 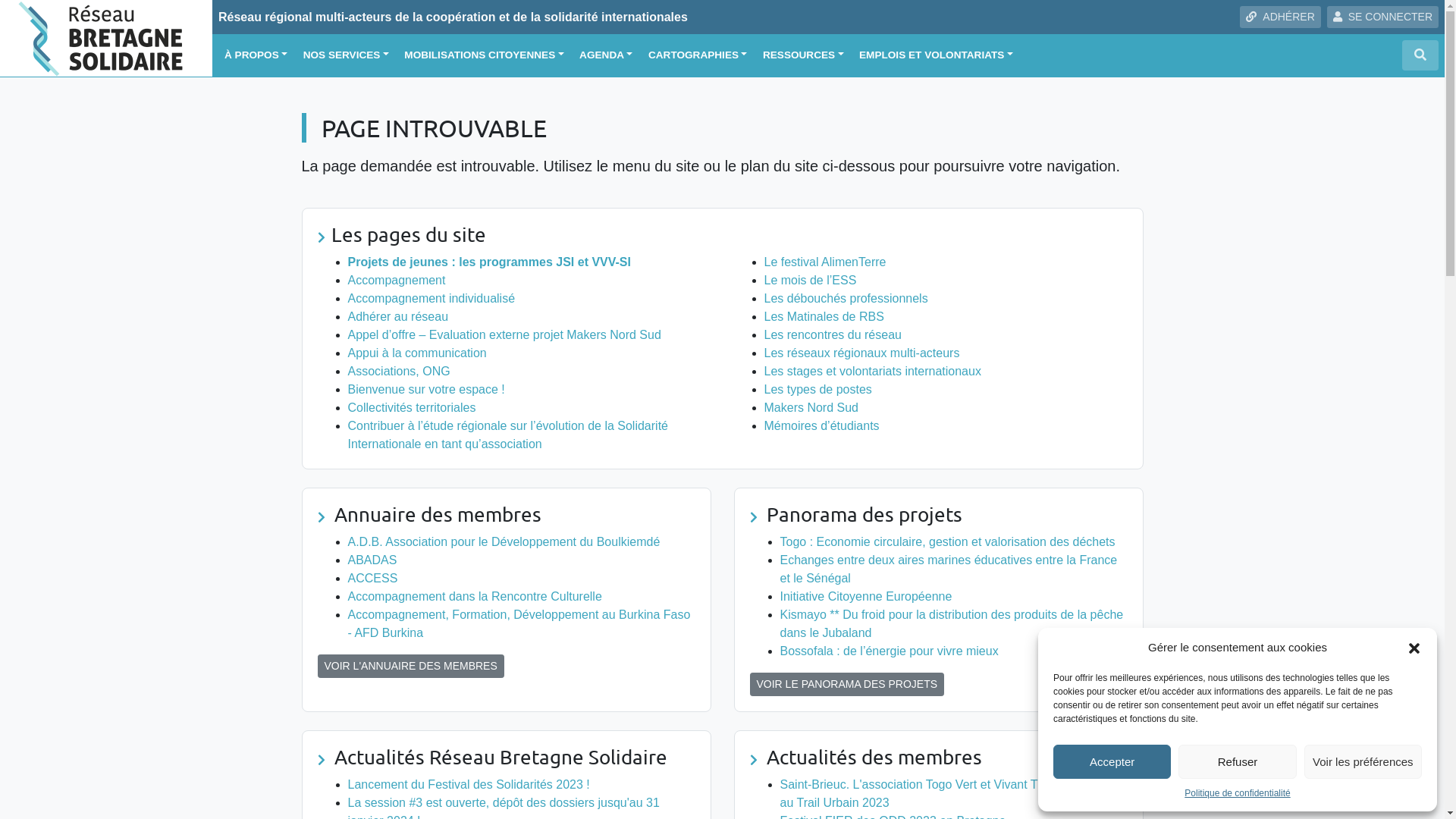 I want to click on 'Associations, ONG', so click(x=346, y=371).